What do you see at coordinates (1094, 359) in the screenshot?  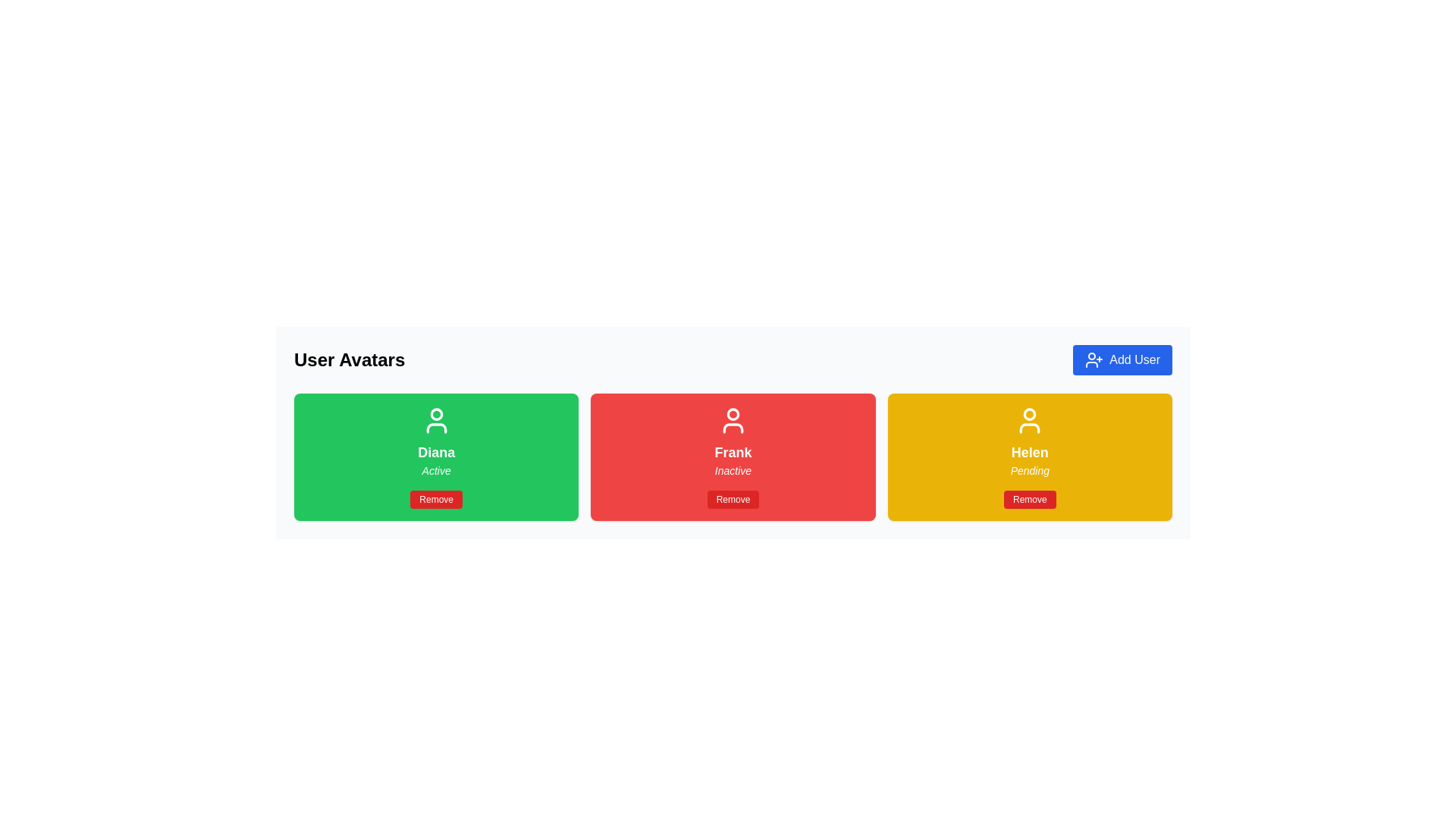 I see `the add user icon located on the left side of the 'Add User' text within the blue button in the top-right corner of the interface for accessibility support` at bounding box center [1094, 359].